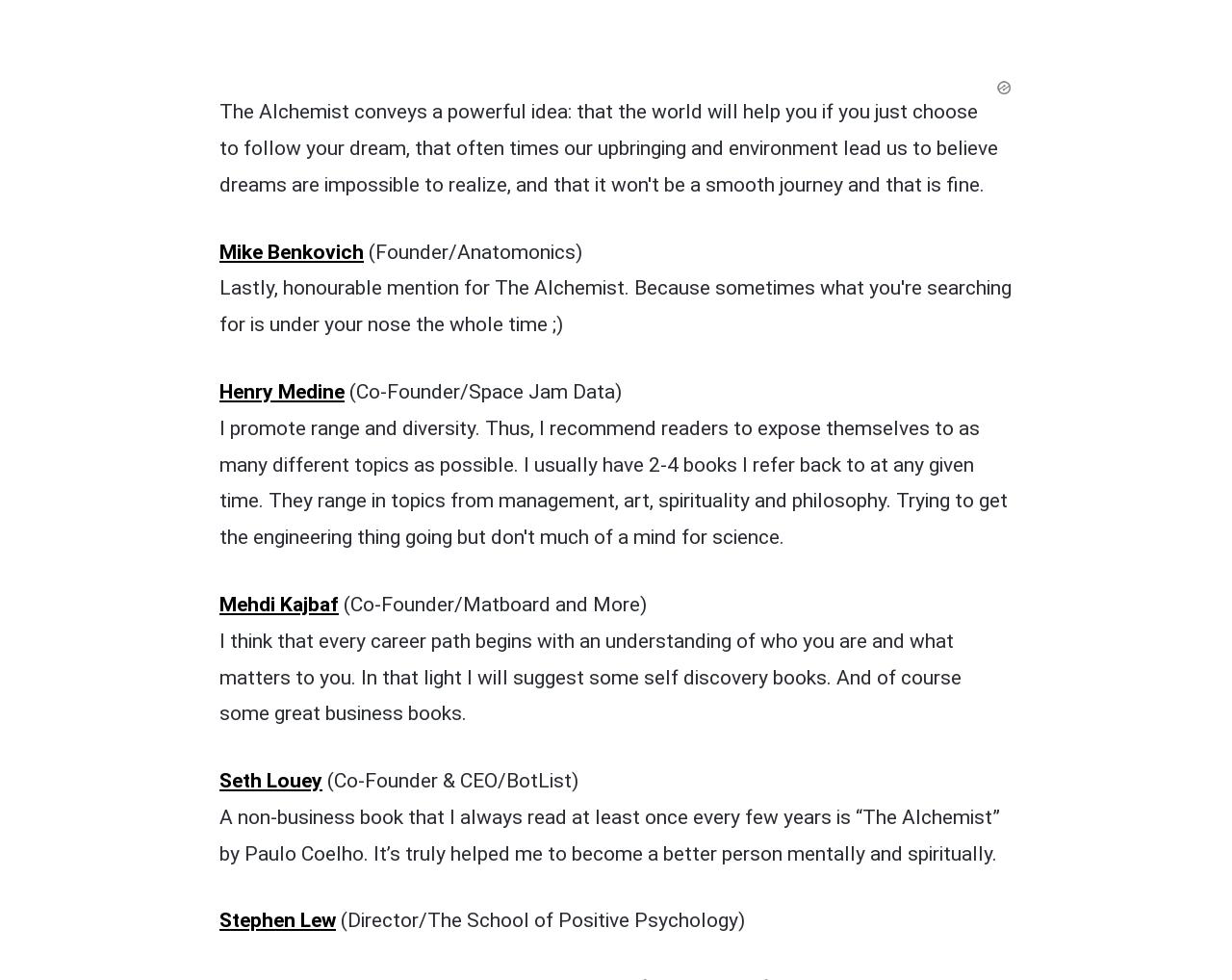  Describe the element at coordinates (278, 203) in the screenshot. I see `'Mehdi Kajbaf'` at that location.